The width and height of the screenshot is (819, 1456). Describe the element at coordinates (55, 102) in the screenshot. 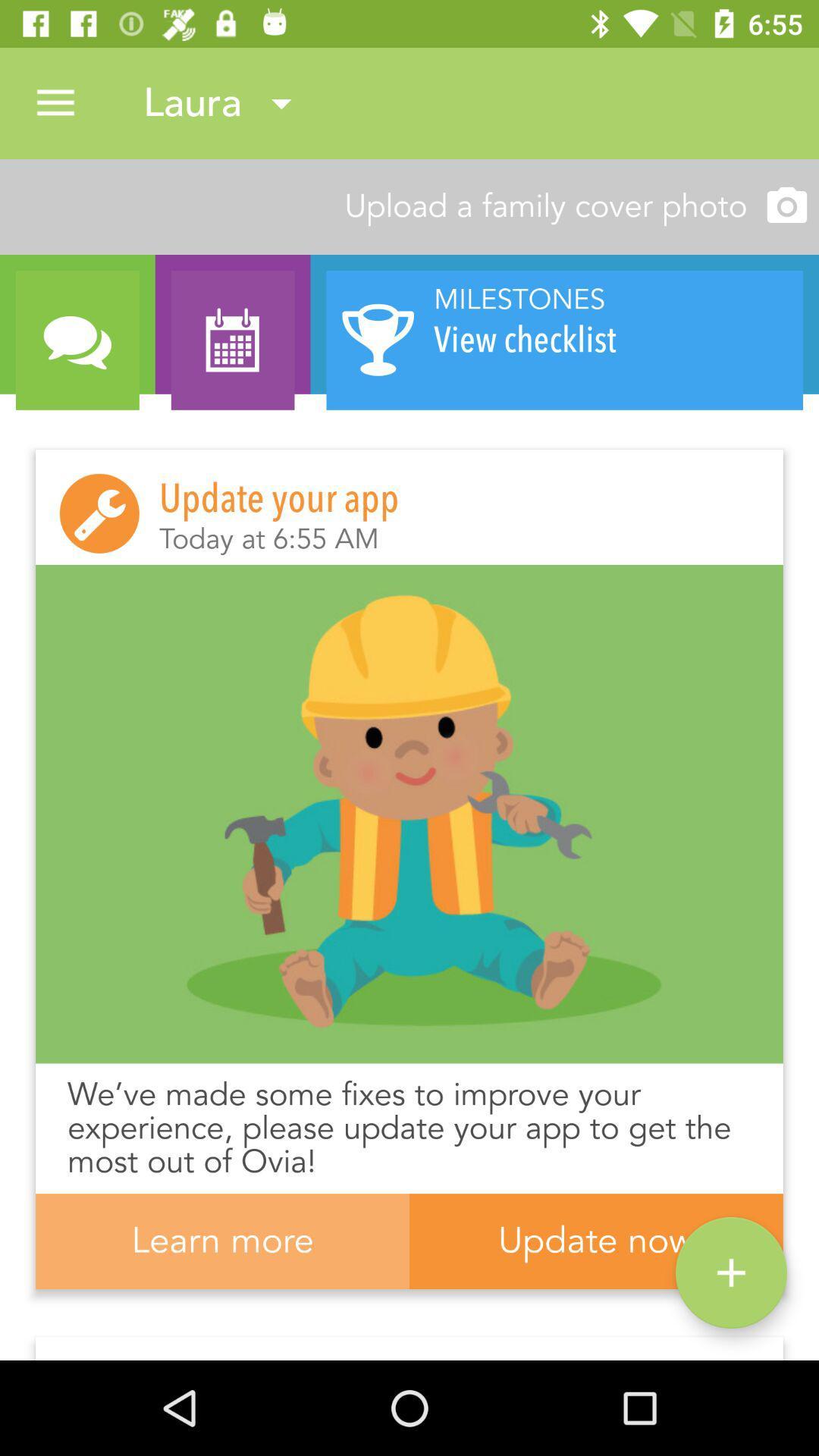

I see `item above the upload a family item` at that location.